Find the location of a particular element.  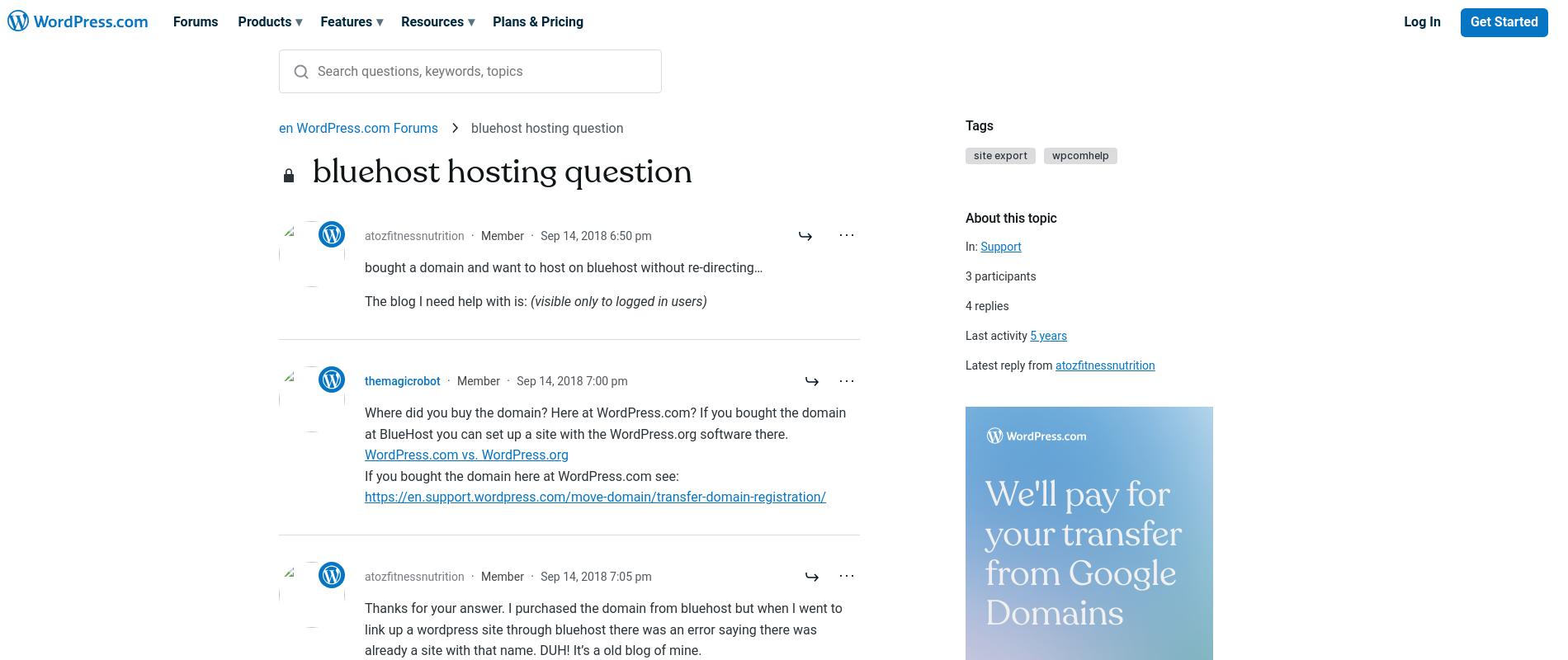

'3 participants' is located at coordinates (999, 276).